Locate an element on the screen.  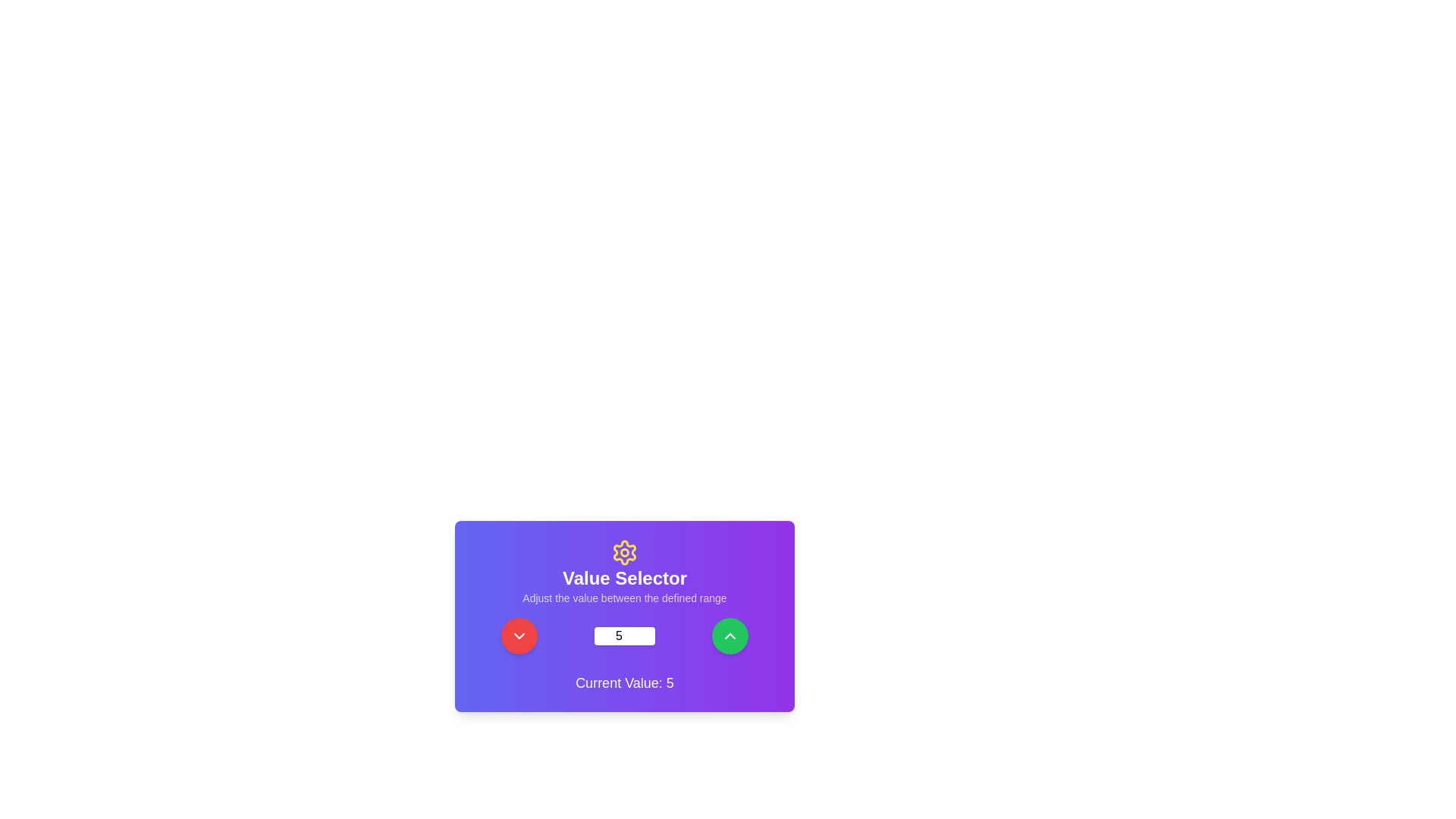
the static text display showing the current numerical value next to the label 'Current Value:' in the lower section of the purple panel is located at coordinates (669, 683).